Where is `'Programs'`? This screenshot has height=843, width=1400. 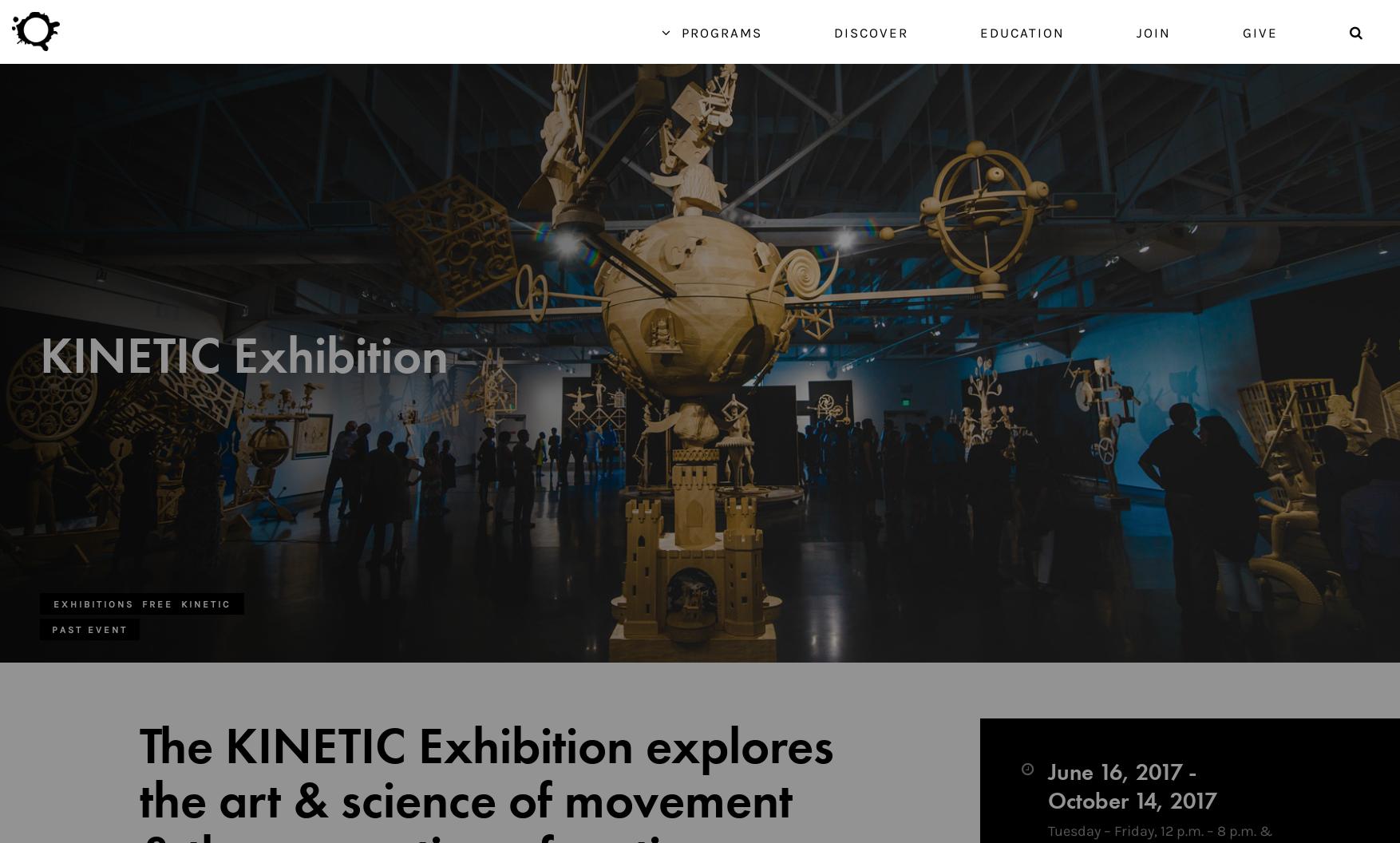 'Programs' is located at coordinates (717, 32).